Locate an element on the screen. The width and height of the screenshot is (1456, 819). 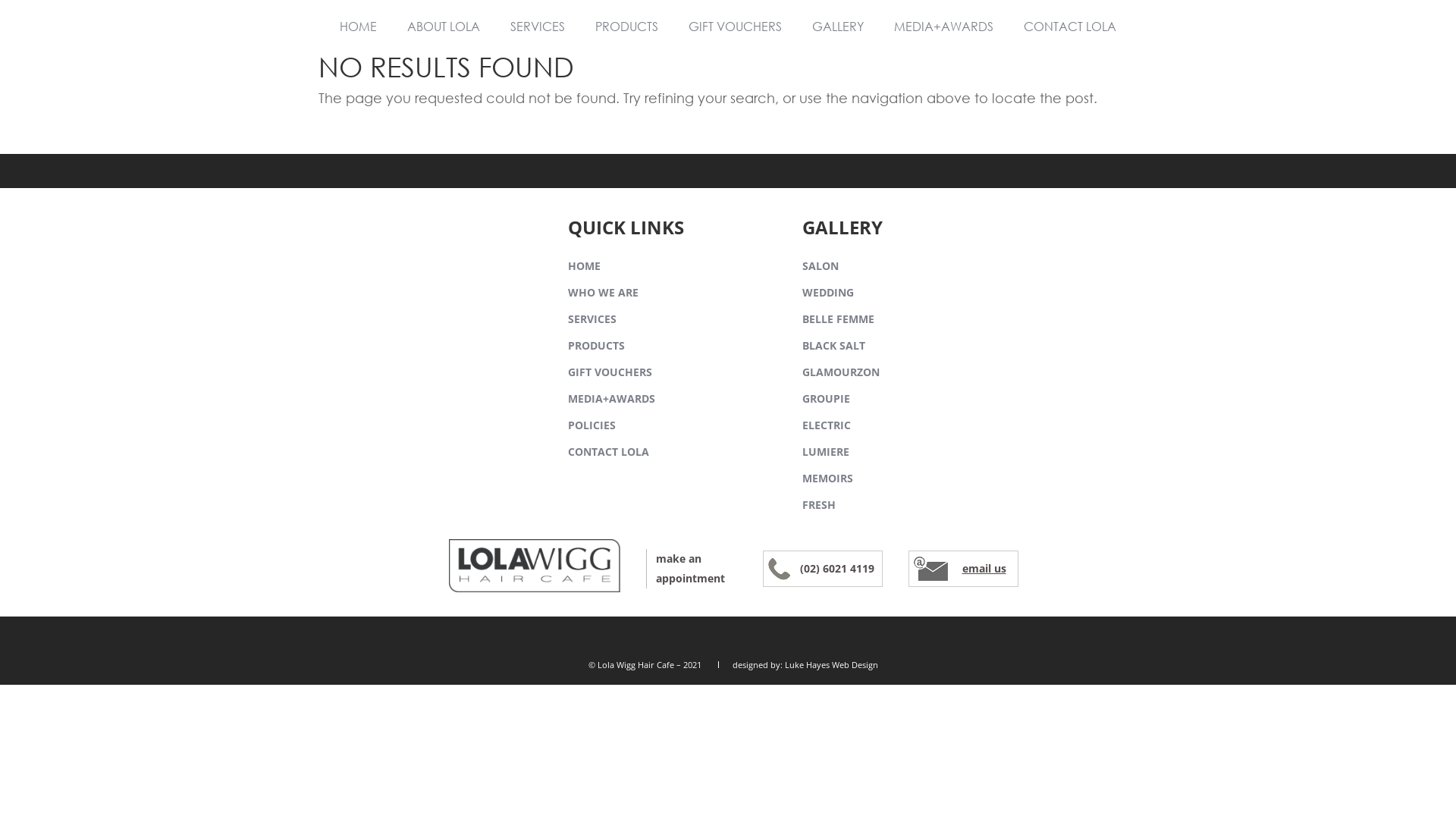
'GROUPIE' is located at coordinates (825, 399).